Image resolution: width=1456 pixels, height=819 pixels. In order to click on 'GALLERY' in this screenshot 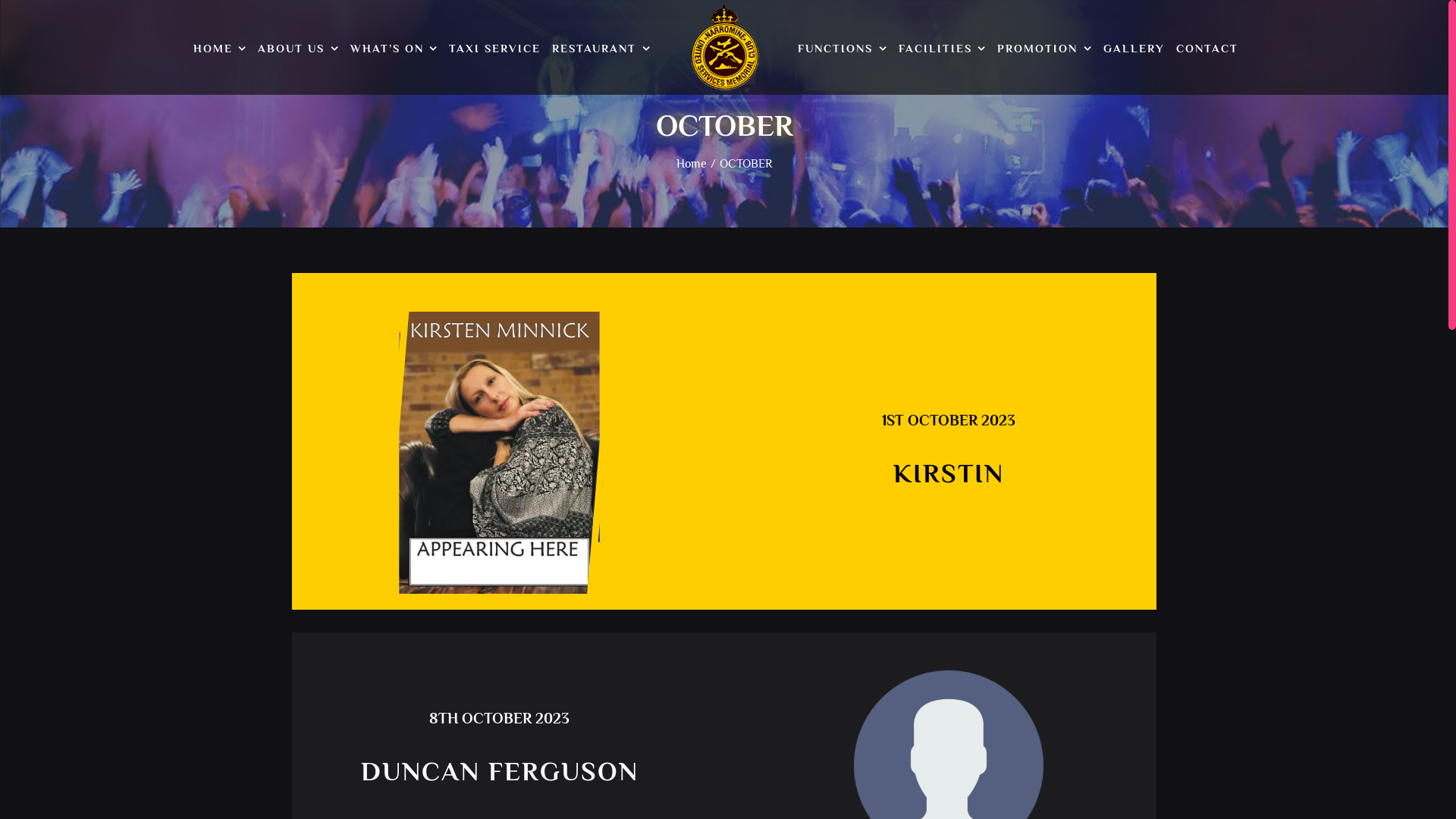, I will do `click(1134, 49)`.